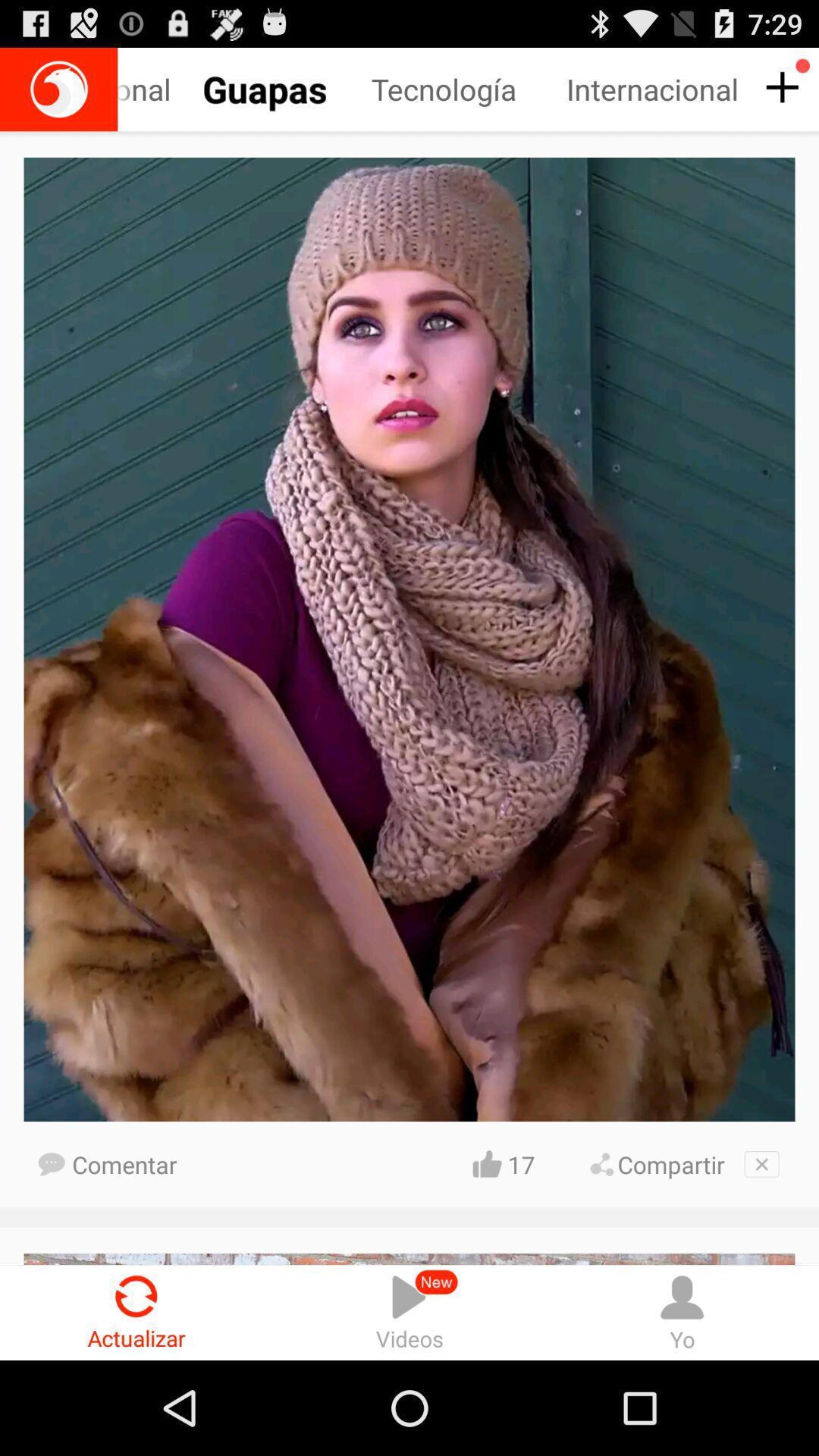 This screenshot has height=1456, width=819. Describe the element at coordinates (58, 89) in the screenshot. I see `home` at that location.